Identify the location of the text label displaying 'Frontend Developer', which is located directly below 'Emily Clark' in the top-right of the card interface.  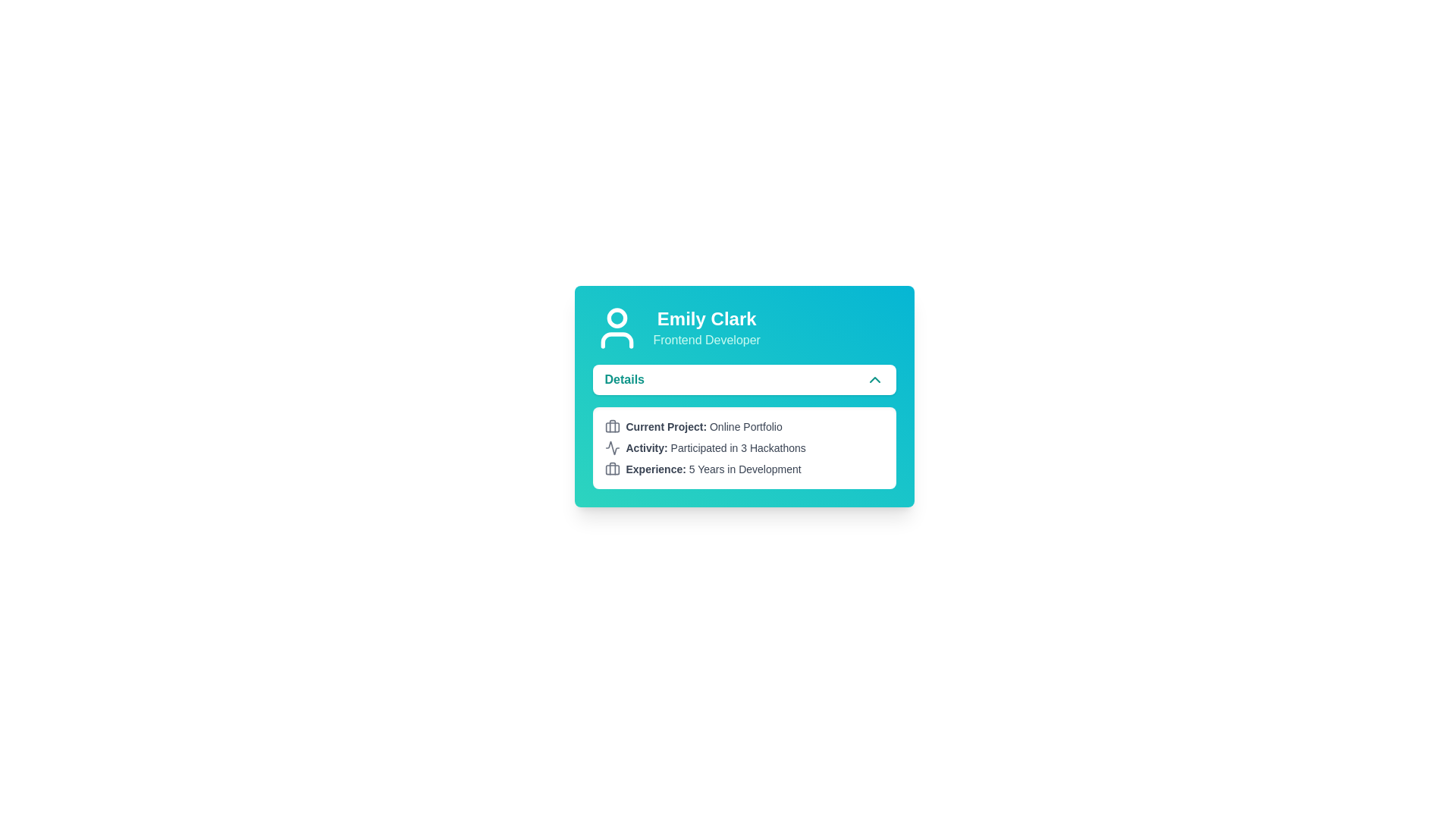
(706, 339).